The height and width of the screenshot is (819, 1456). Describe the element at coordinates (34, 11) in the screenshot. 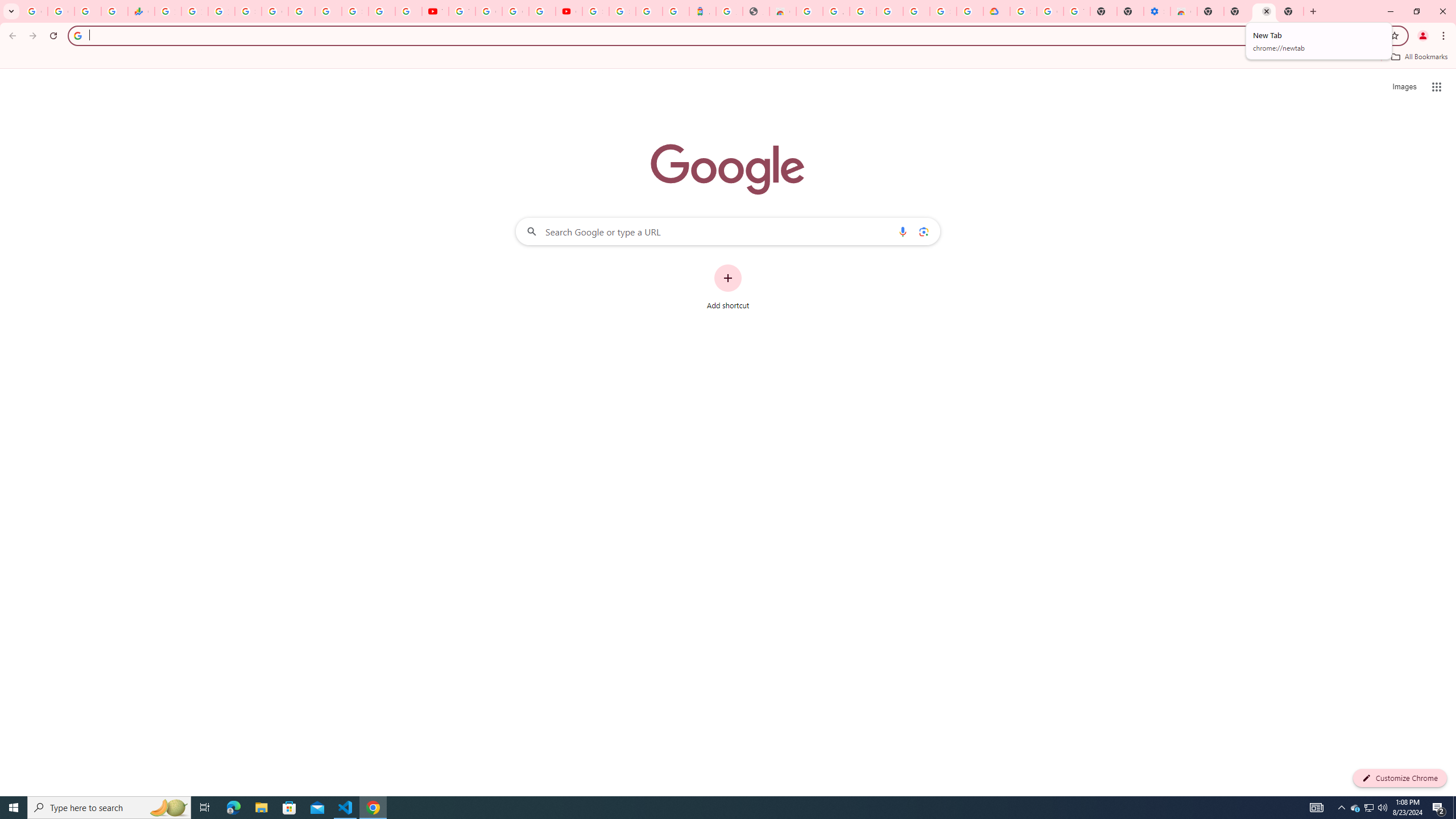

I see `'Google Workspace Admin Community'` at that location.